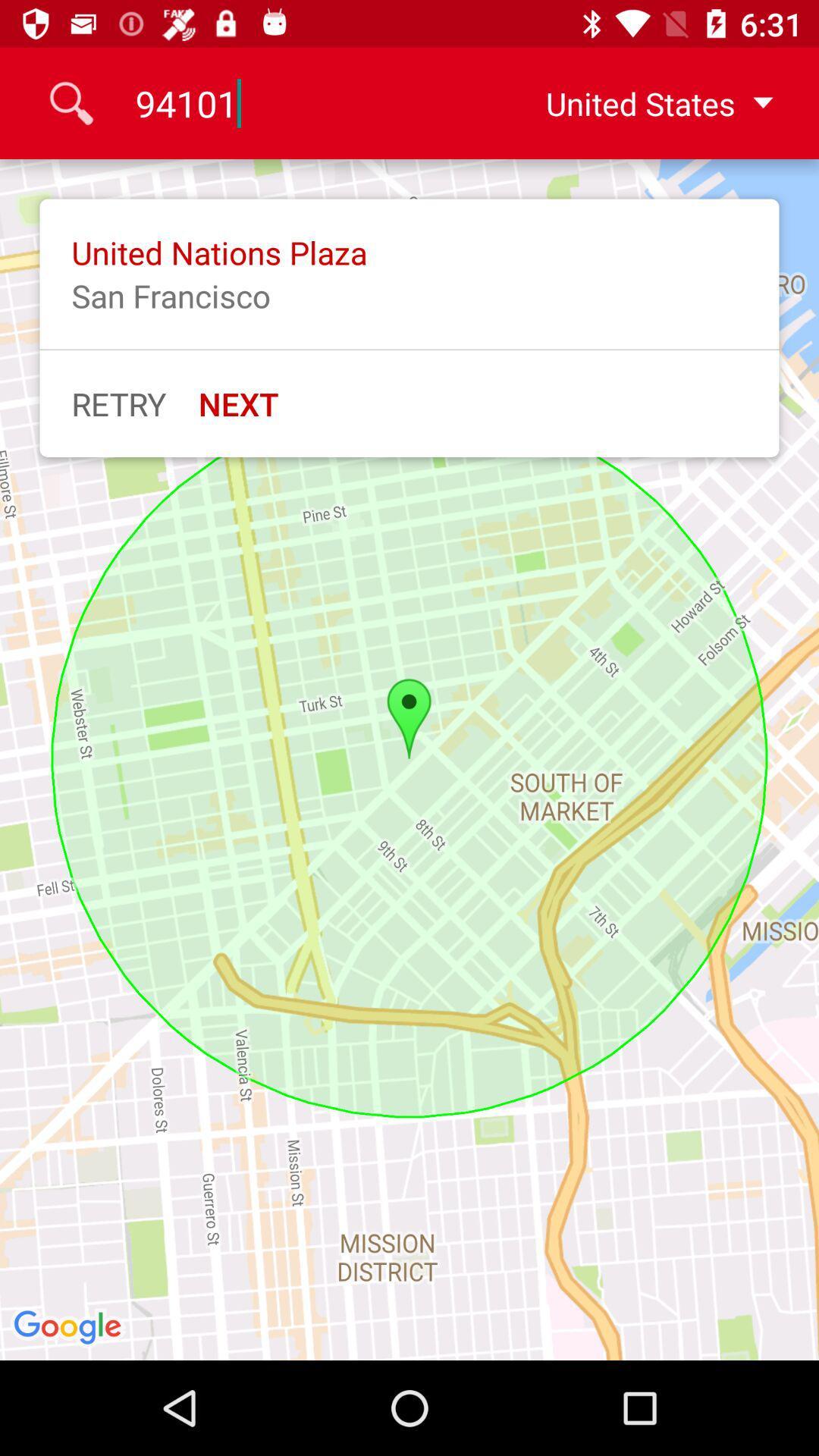 The image size is (819, 1456). Describe the element at coordinates (118, 403) in the screenshot. I see `the retry item` at that location.